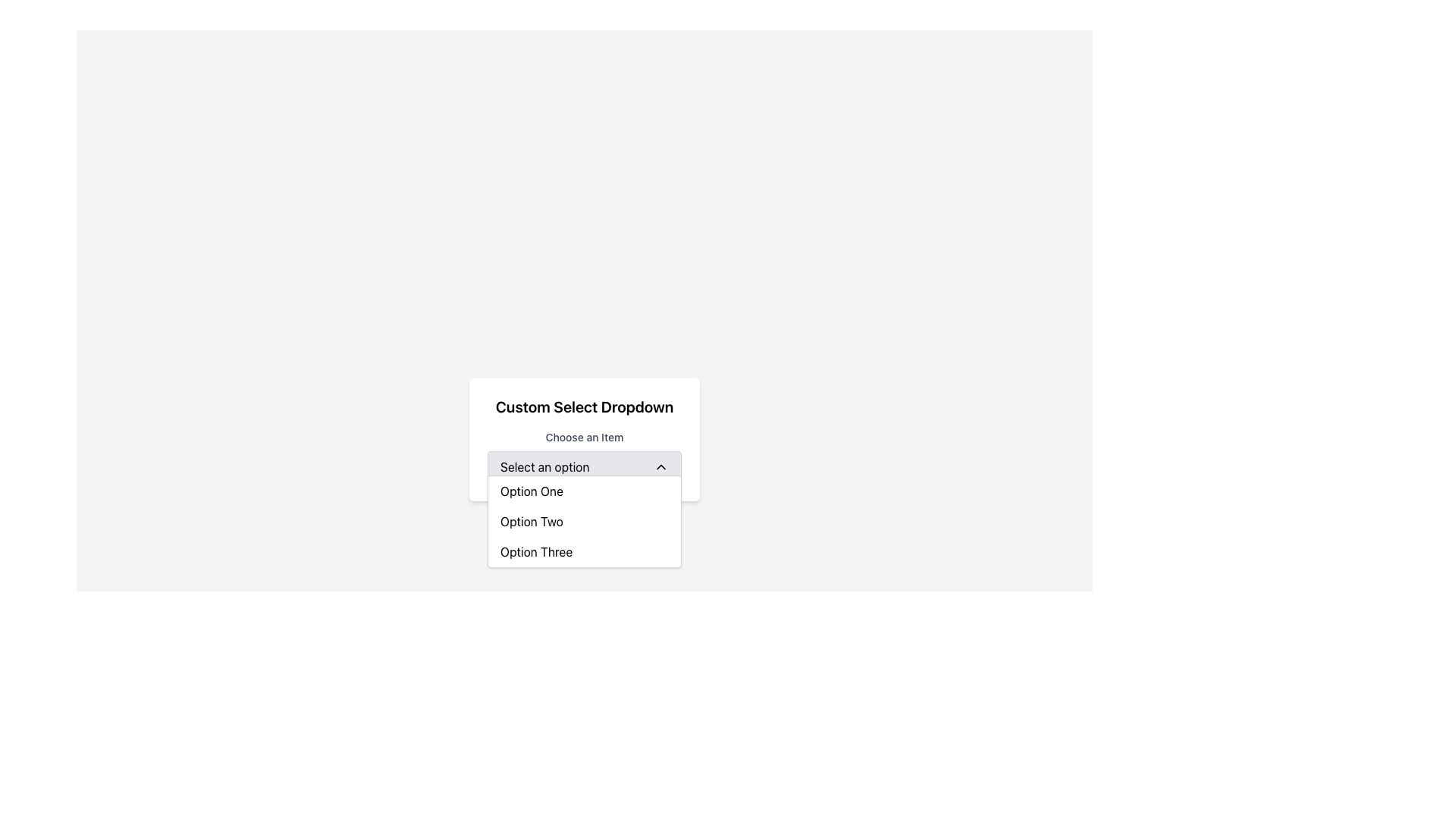 The image size is (1456, 819). What do you see at coordinates (584, 552) in the screenshot?
I see `the dropdown menu option labeled 'Option Three', which is the third item in the dropdown list under 'Select an option' and below 'Option Two'` at bounding box center [584, 552].